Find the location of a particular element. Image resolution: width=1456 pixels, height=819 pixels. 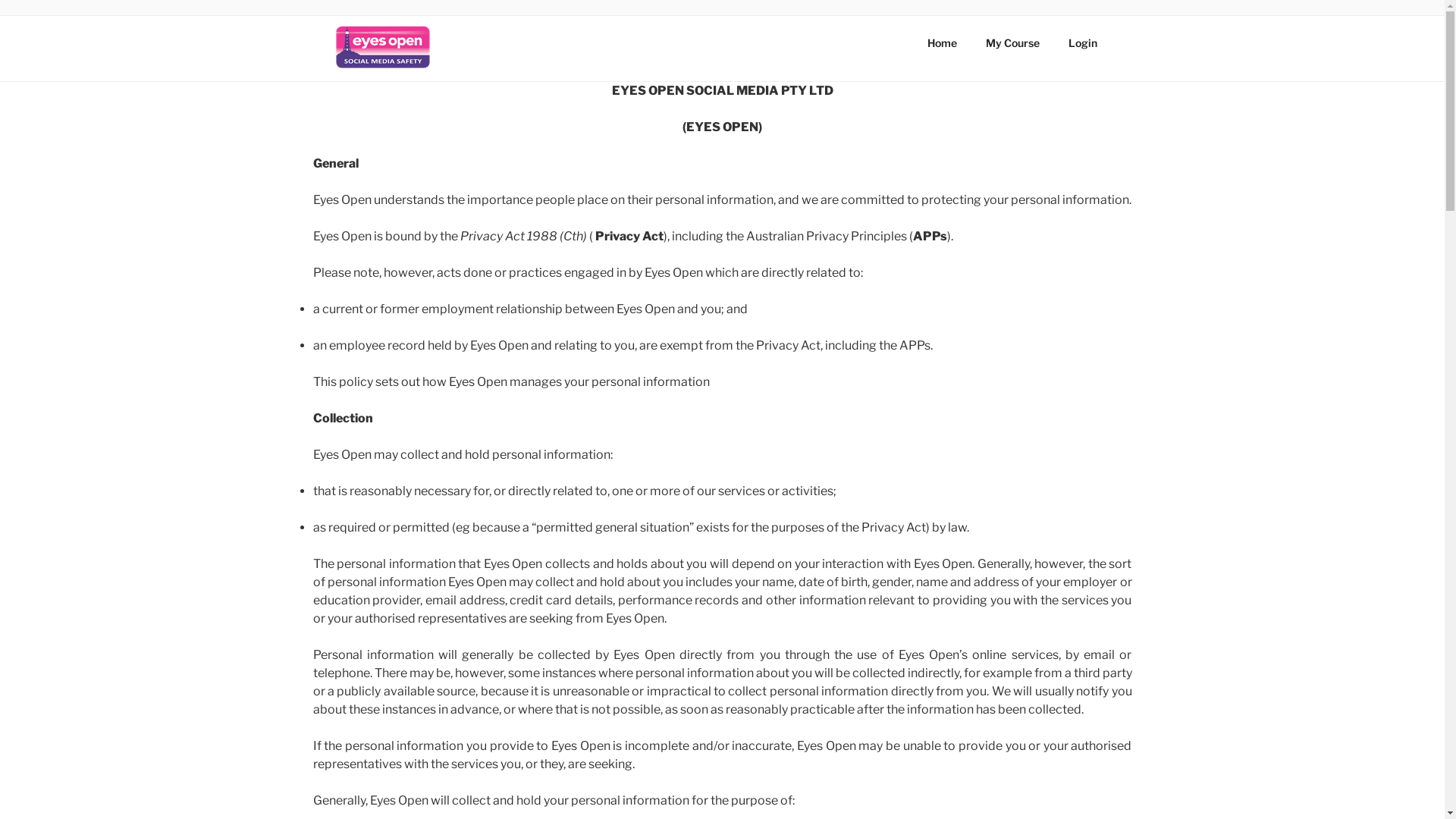

'My Course' is located at coordinates (1012, 42).